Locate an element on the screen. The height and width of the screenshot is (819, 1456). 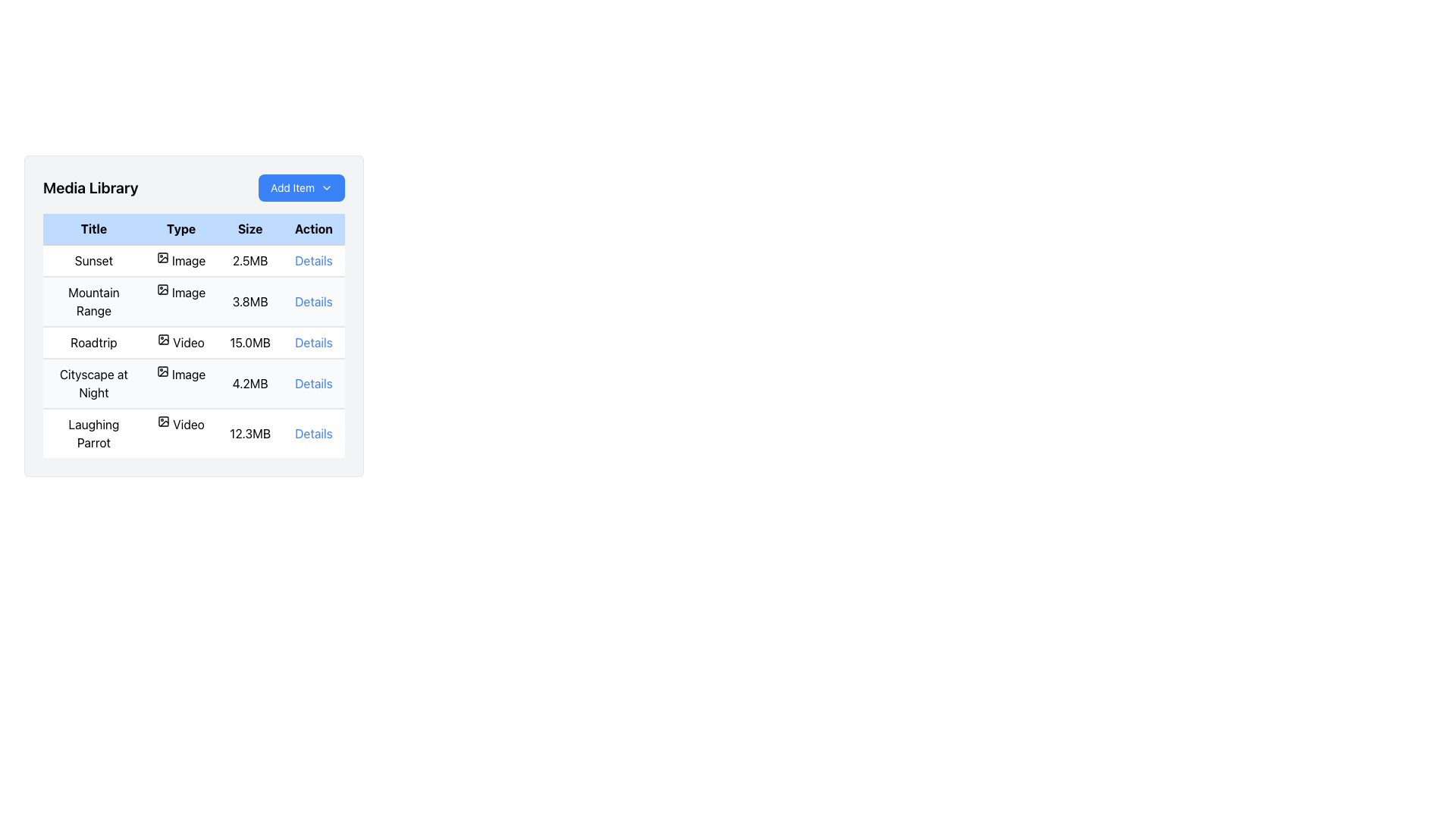
the hyperlink in the 'Action' column corresponding to the 'Sunset' entry in the table is located at coordinates (312, 259).